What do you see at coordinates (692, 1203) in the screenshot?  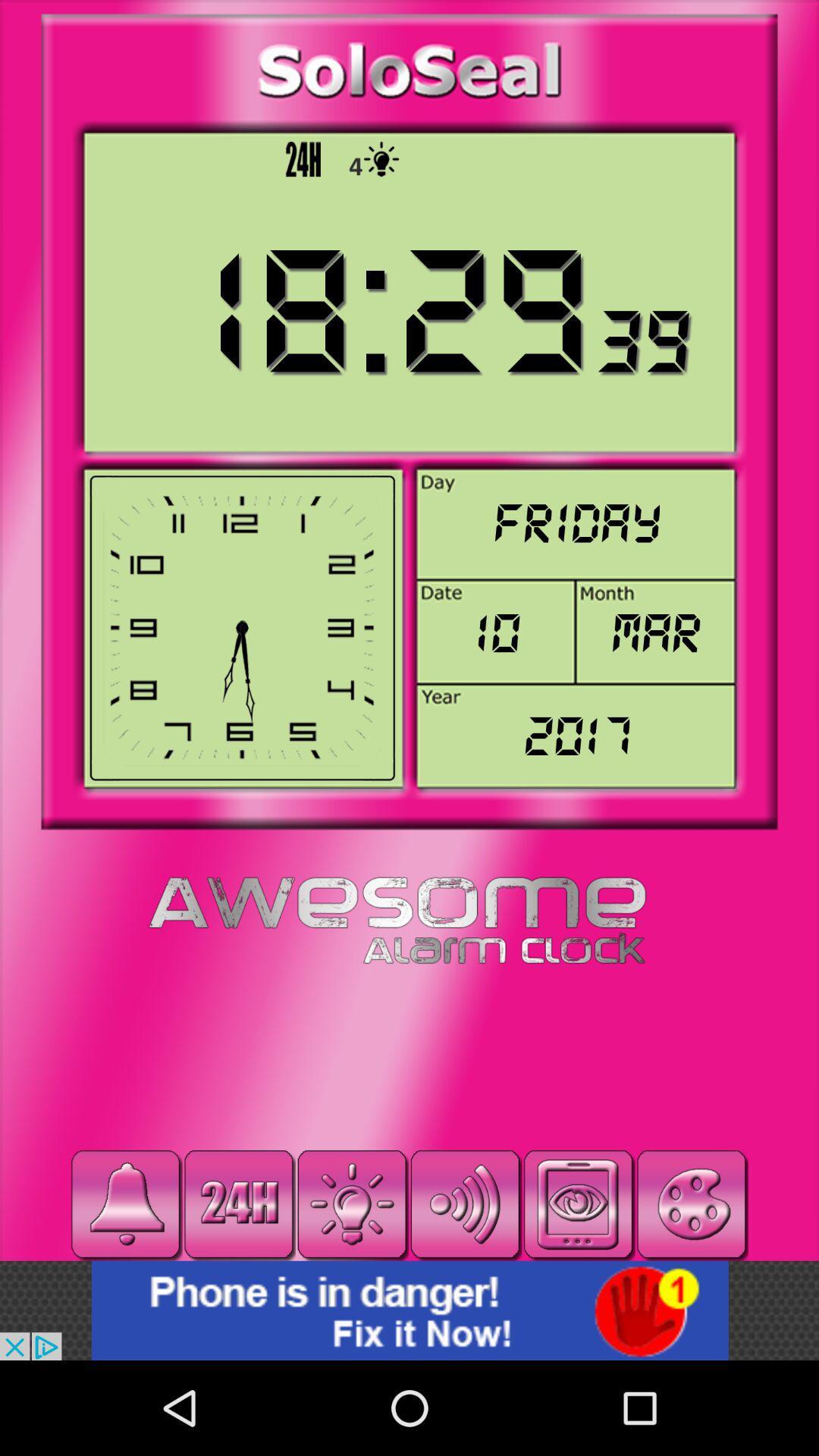 I see `color palette` at bounding box center [692, 1203].